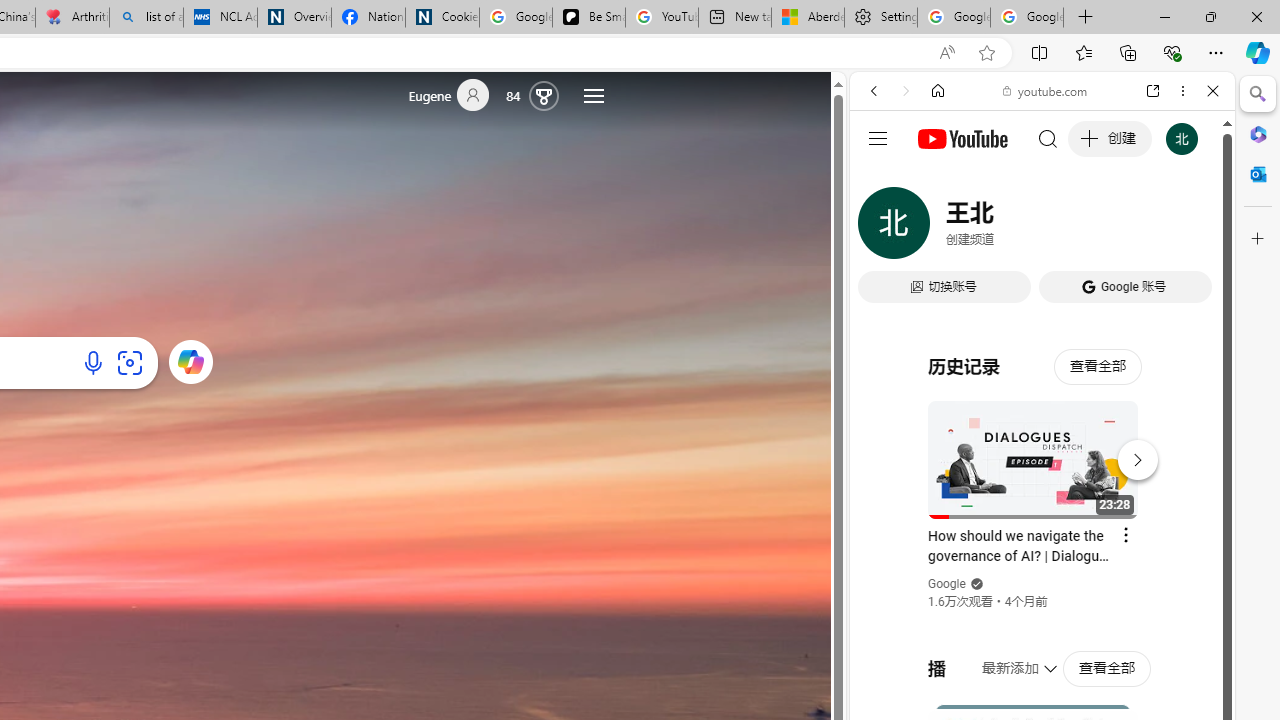 The width and height of the screenshot is (1280, 720). Describe the element at coordinates (92, 362) in the screenshot. I see `'Search using voice'` at that location.